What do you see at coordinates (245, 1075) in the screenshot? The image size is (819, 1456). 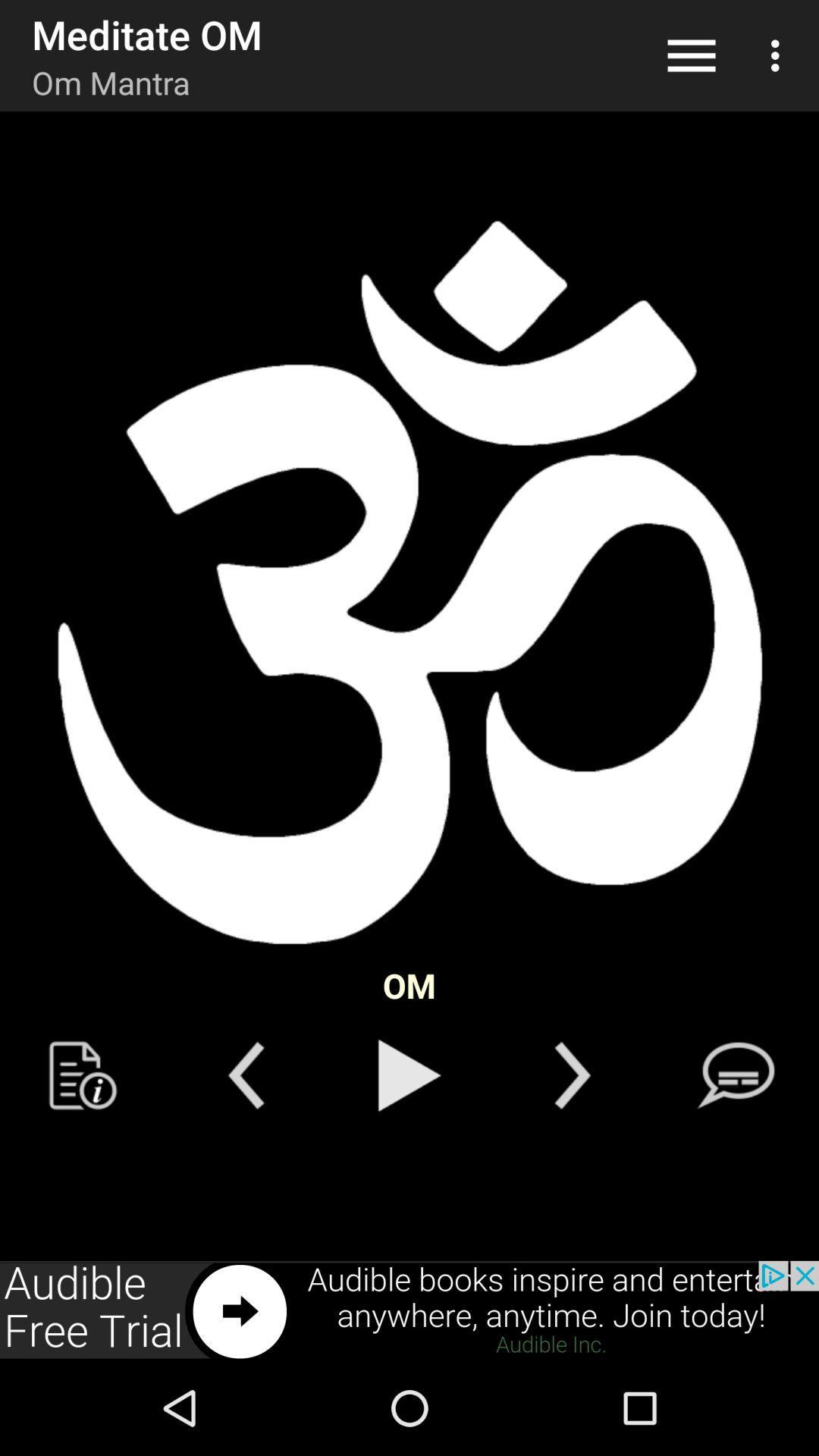 I see `back the option` at bounding box center [245, 1075].